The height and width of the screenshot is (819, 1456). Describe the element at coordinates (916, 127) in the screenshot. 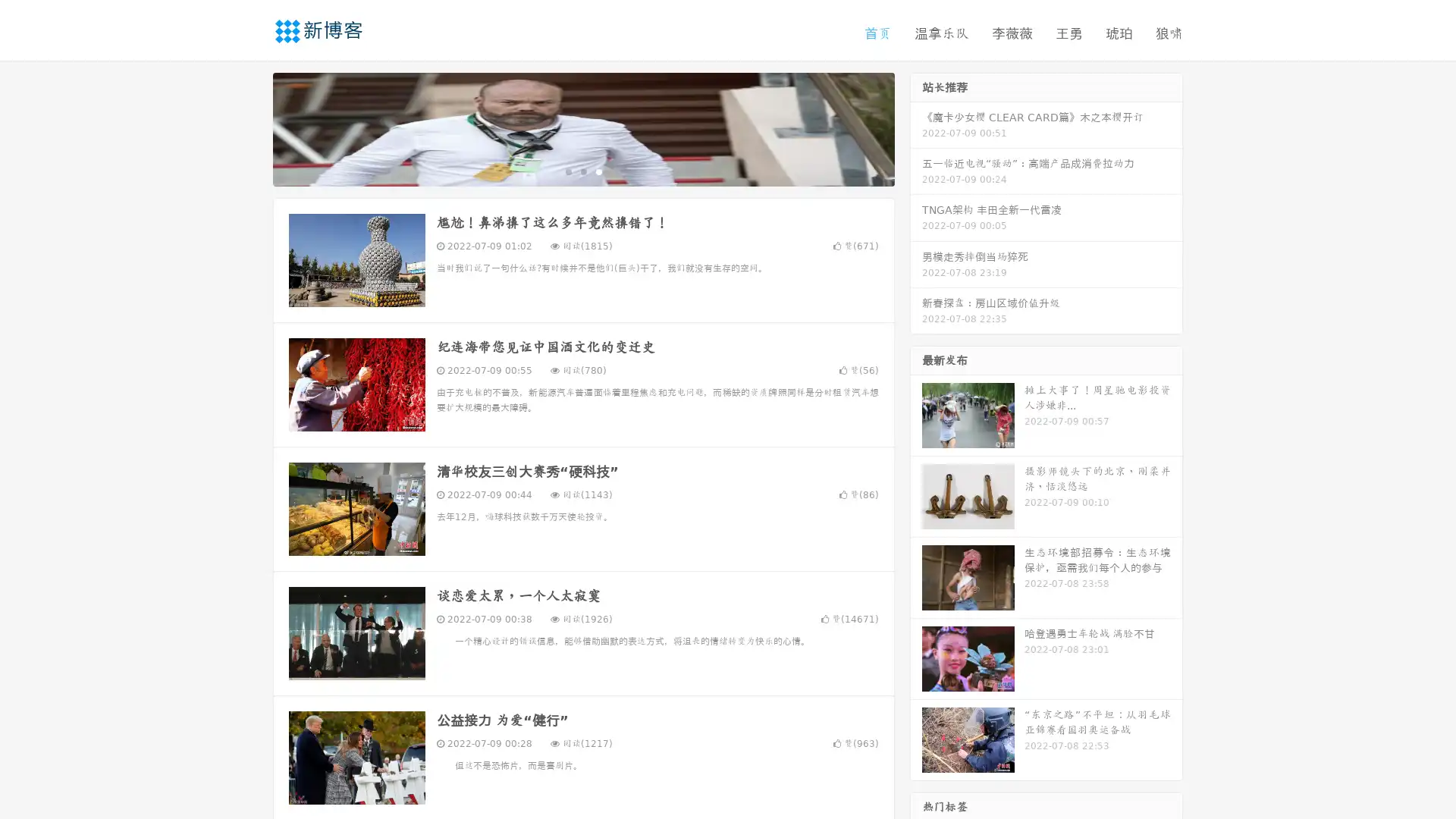

I see `Next slide` at that location.